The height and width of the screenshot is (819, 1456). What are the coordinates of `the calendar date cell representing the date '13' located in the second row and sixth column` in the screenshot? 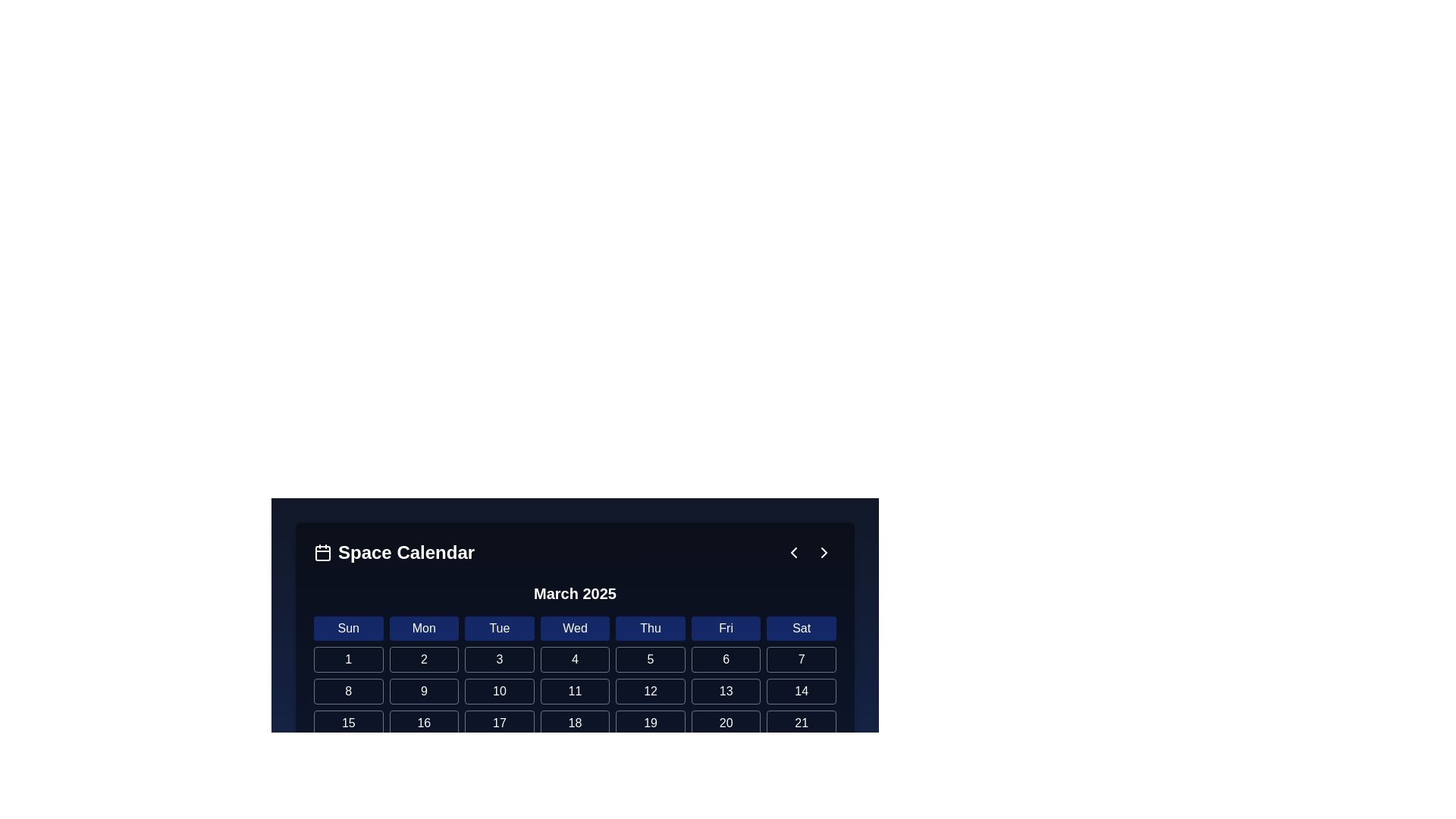 It's located at (725, 691).